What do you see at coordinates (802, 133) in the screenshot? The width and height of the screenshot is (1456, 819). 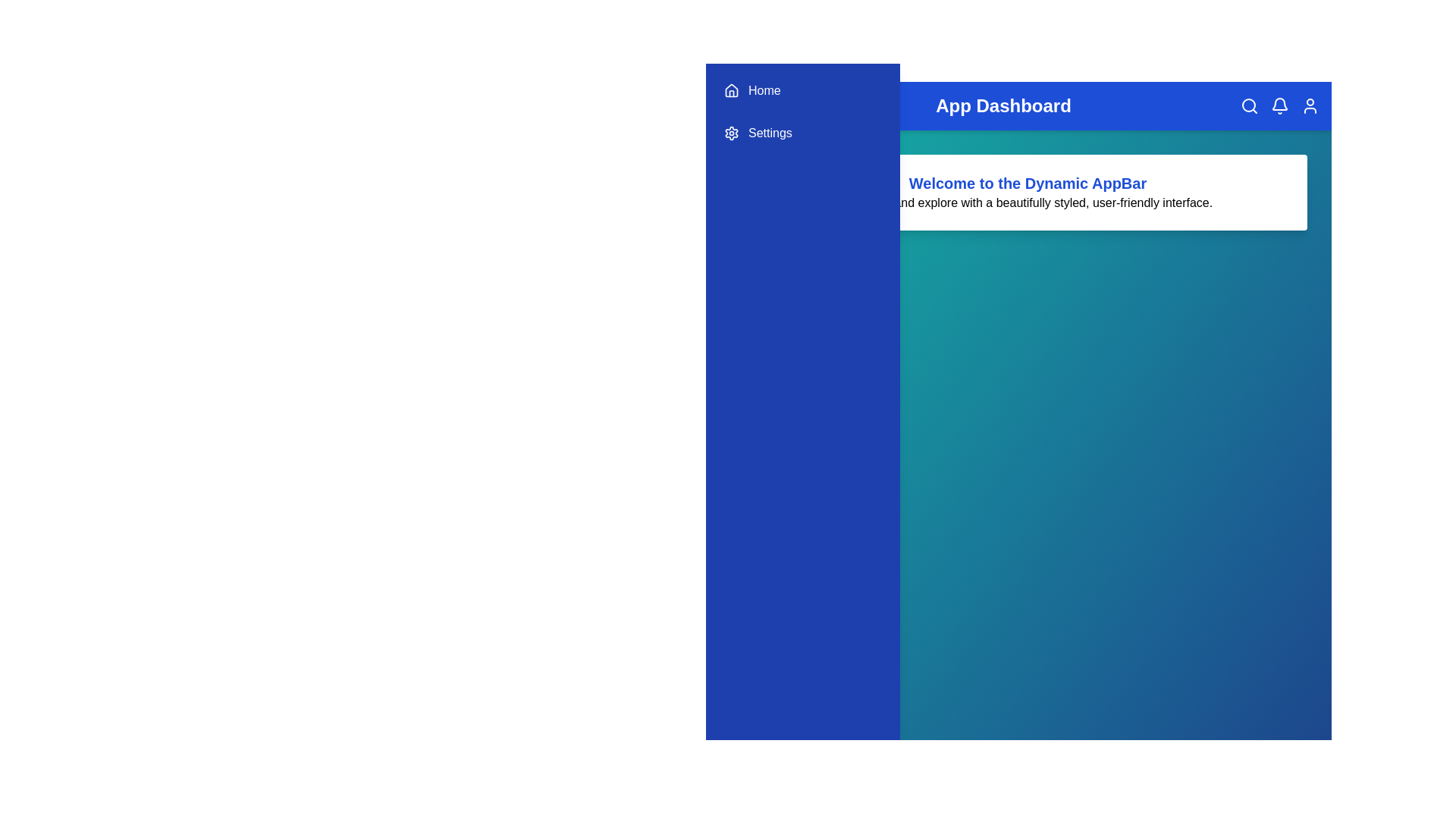 I see `the 'Settings' menu item in the navigation menu` at bounding box center [802, 133].